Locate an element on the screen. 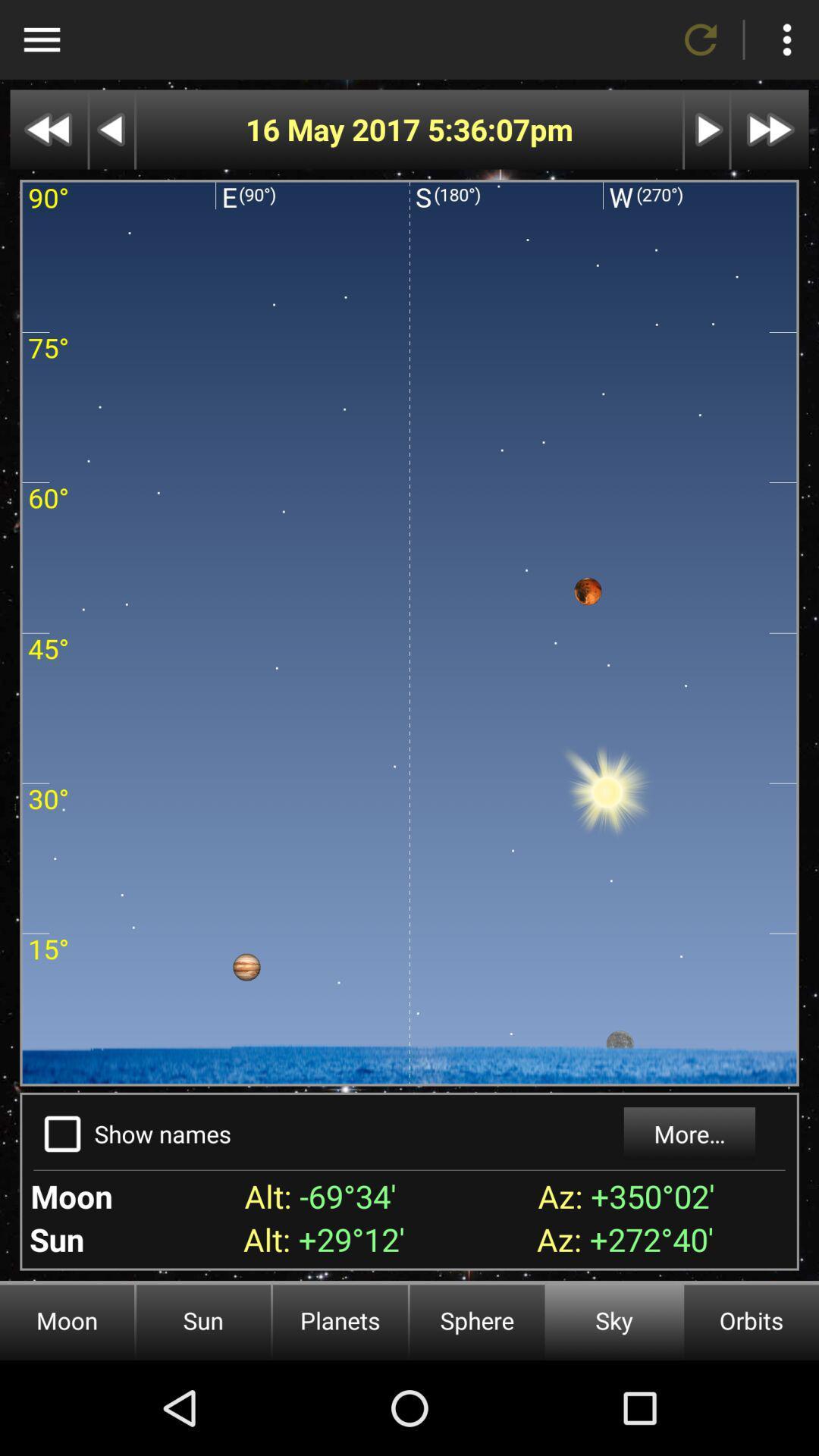 The width and height of the screenshot is (819, 1456). show names icon is located at coordinates (162, 1134).